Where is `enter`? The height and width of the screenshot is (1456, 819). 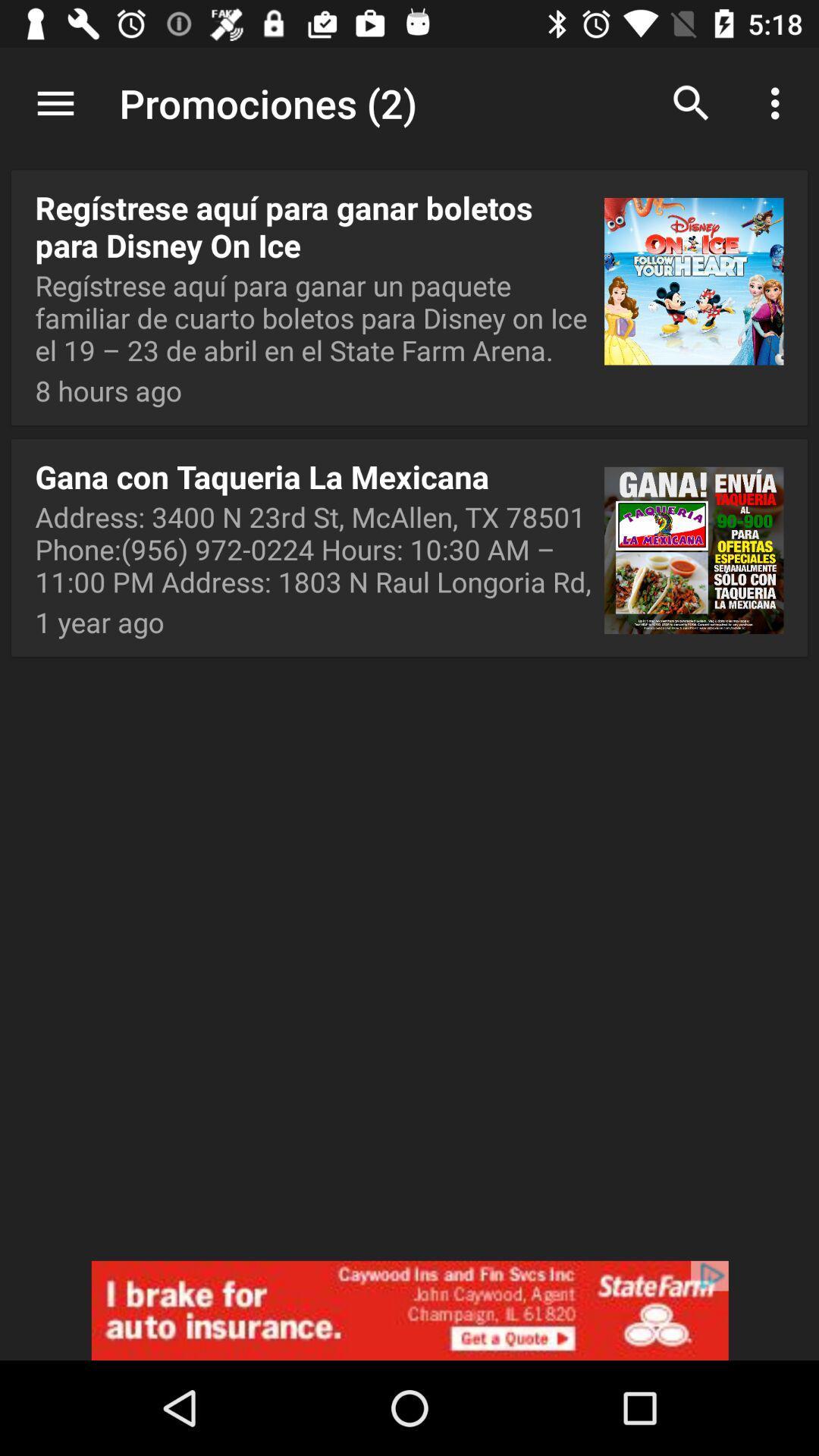
enter is located at coordinates (409, 1310).